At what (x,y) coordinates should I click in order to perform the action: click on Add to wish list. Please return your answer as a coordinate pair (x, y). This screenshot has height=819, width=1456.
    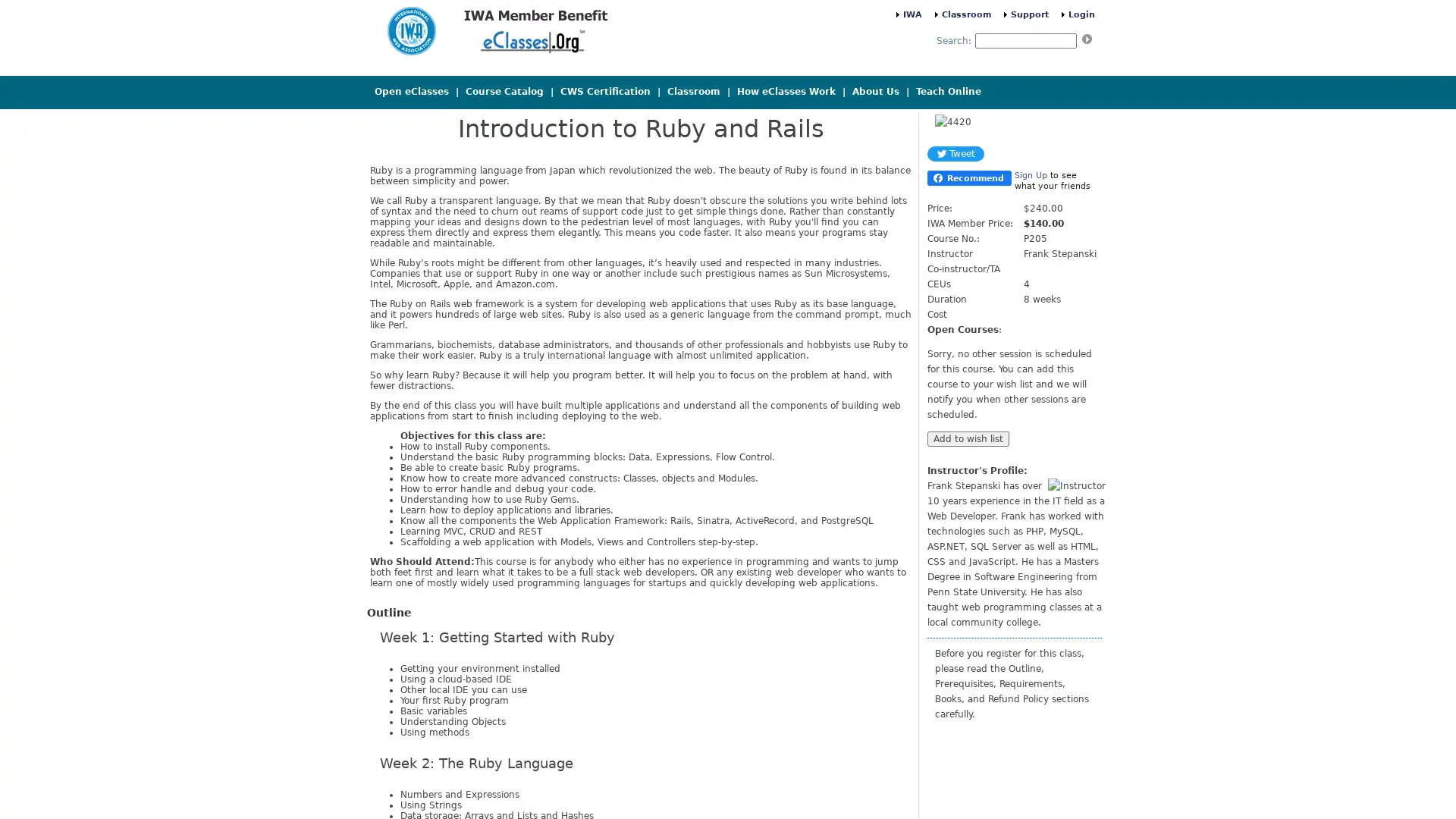
    Looking at the image, I should click on (967, 438).